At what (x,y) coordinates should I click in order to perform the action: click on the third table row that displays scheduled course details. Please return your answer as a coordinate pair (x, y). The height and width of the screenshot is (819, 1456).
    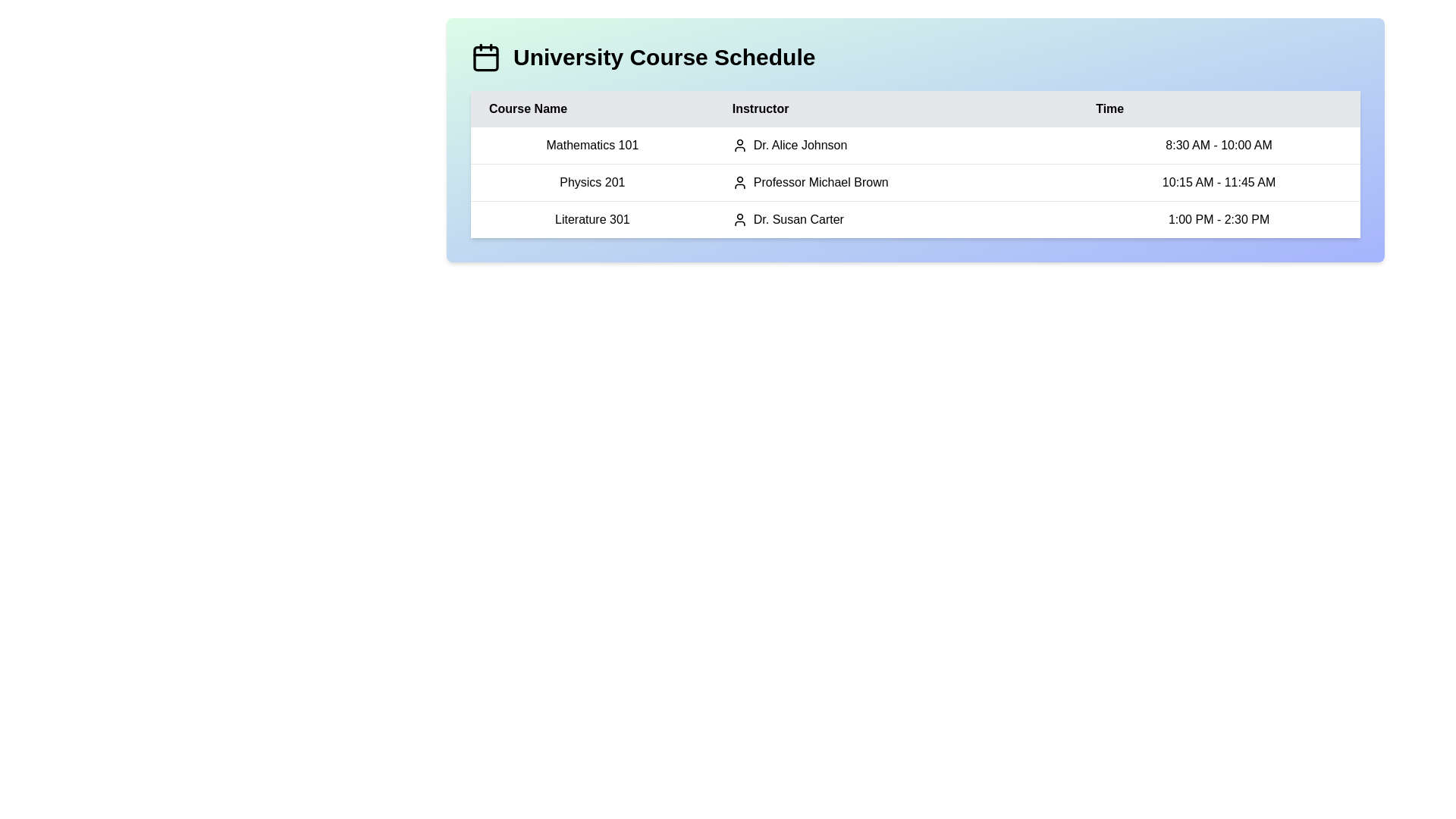
    Looking at the image, I should click on (915, 219).